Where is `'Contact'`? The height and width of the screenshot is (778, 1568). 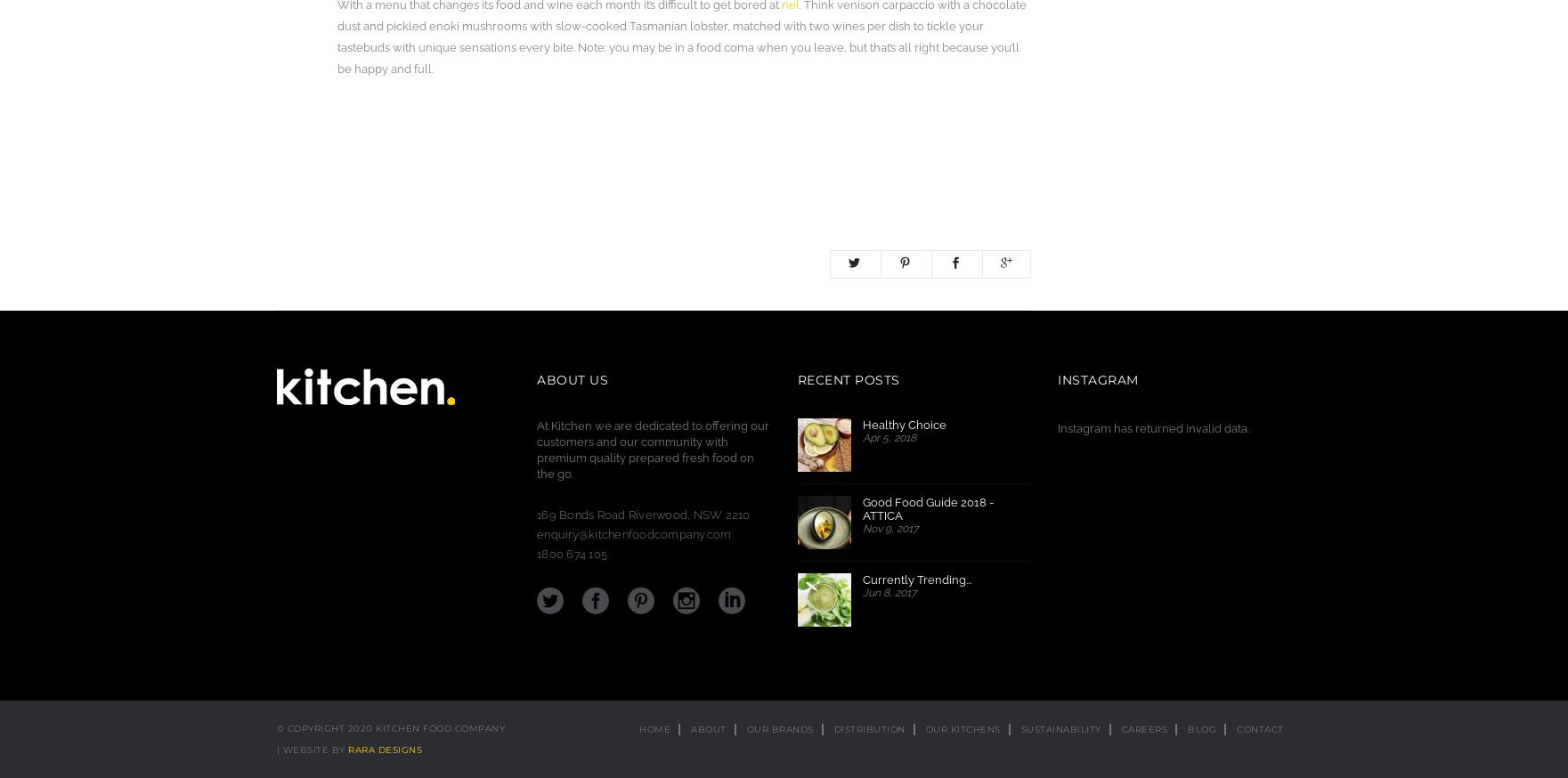
'Contact' is located at coordinates (1259, 729).